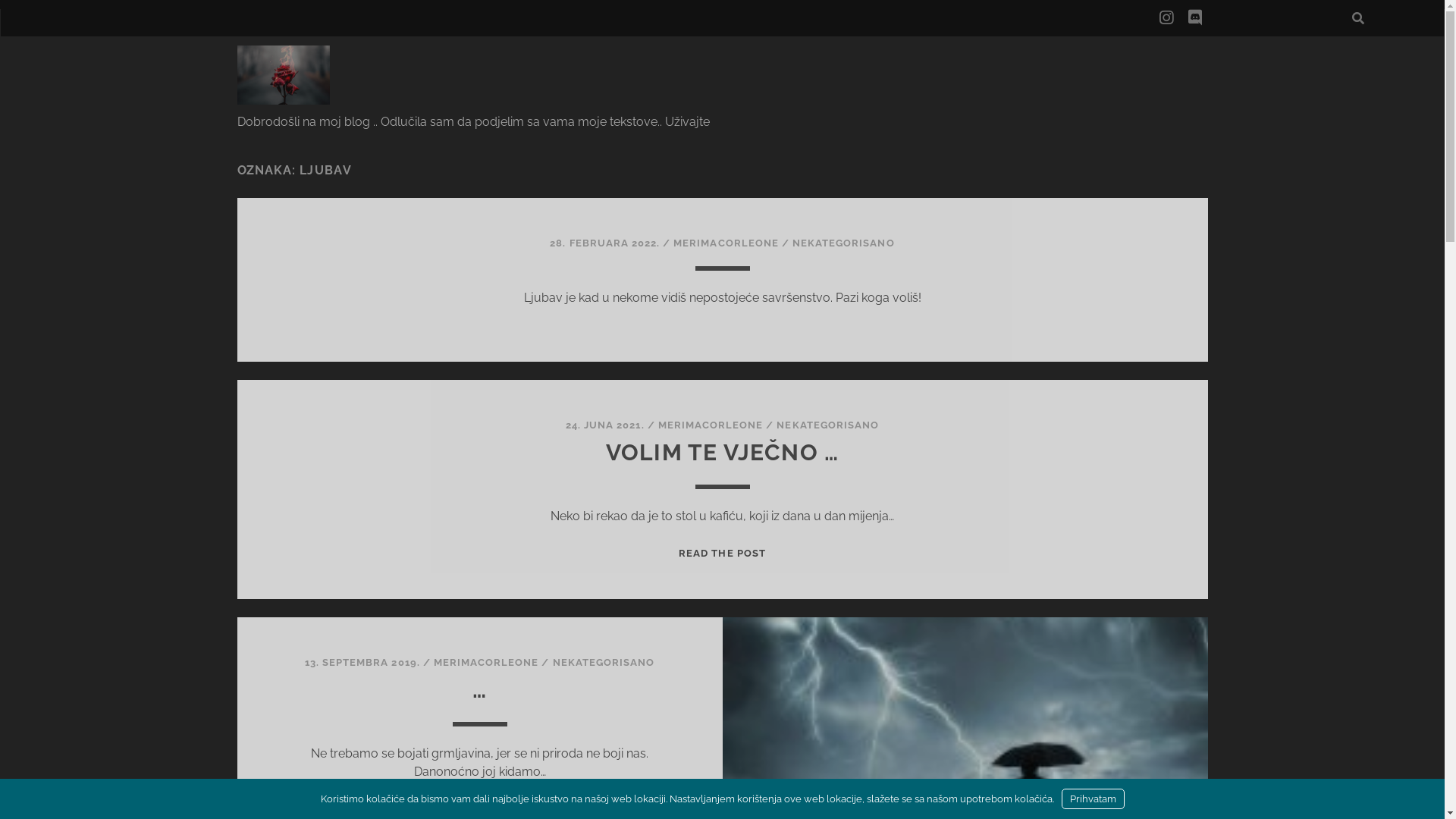 The height and width of the screenshot is (819, 1456). Describe the element at coordinates (1194, 17) in the screenshot. I see `'discord'` at that location.